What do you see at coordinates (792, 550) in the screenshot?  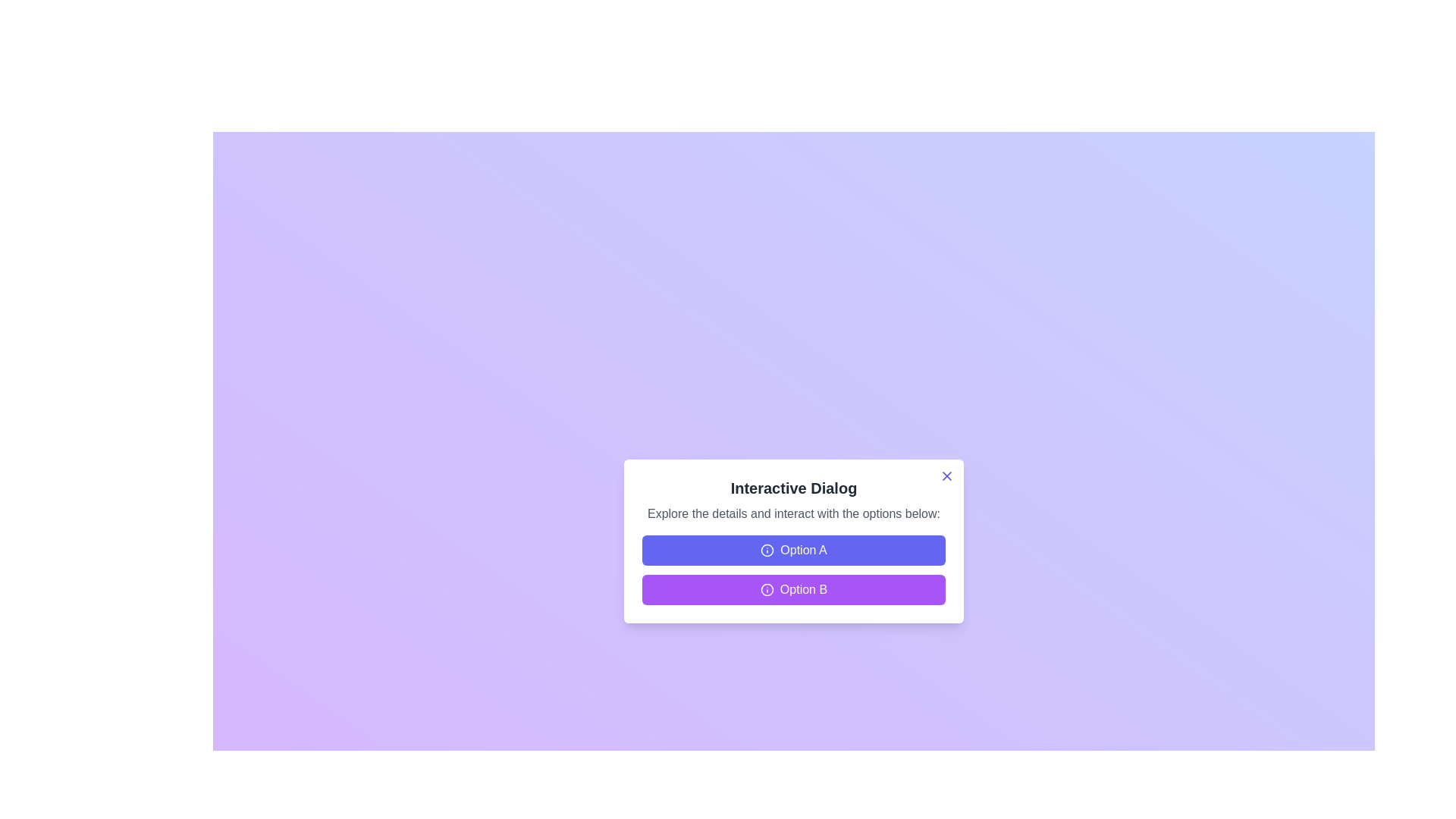 I see `the Option A button to interact with it` at bounding box center [792, 550].